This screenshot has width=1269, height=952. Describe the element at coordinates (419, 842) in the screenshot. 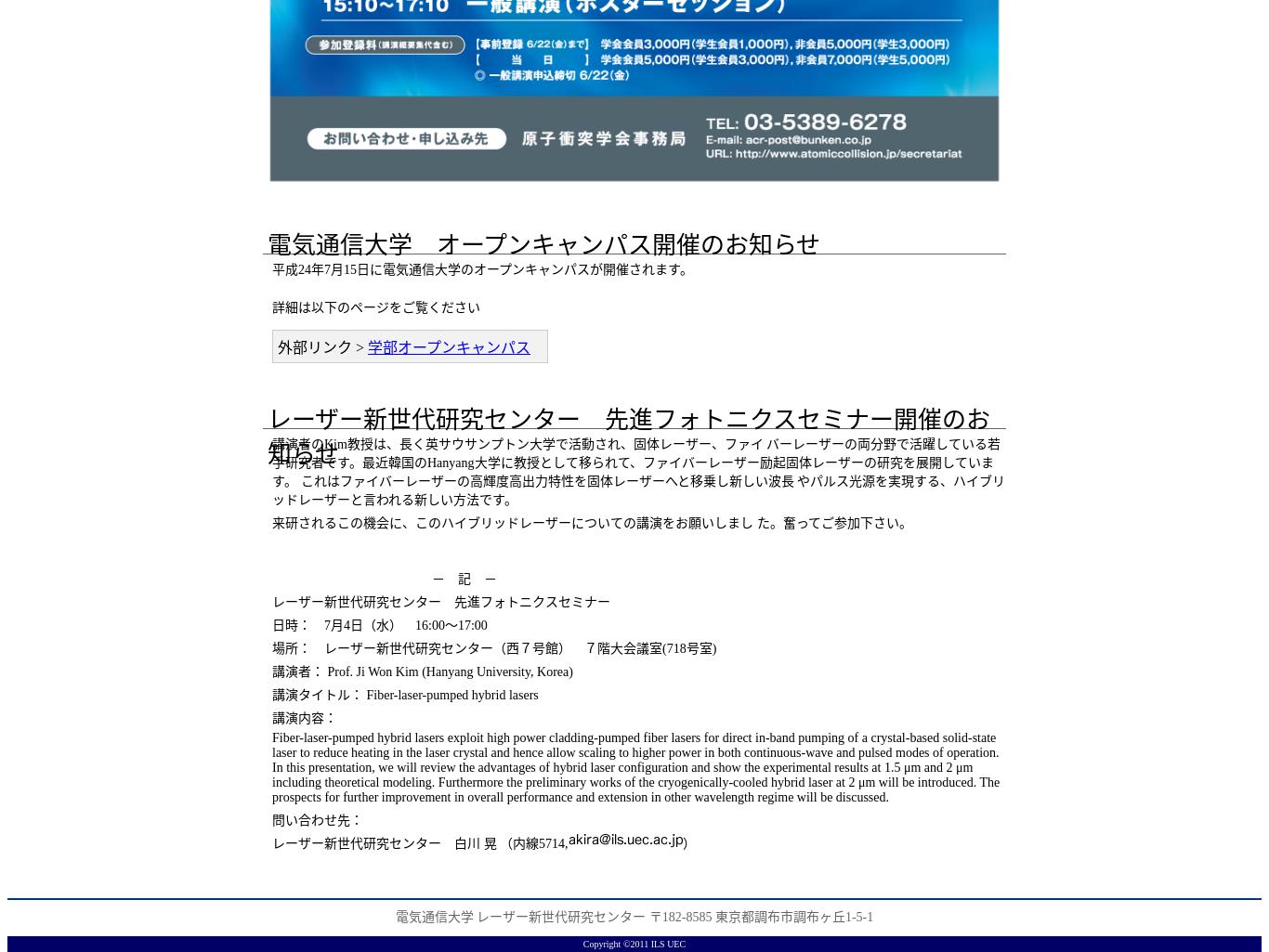

I see `'レーザー新世代研究センター　白川 晃 （内線5714,'` at that location.